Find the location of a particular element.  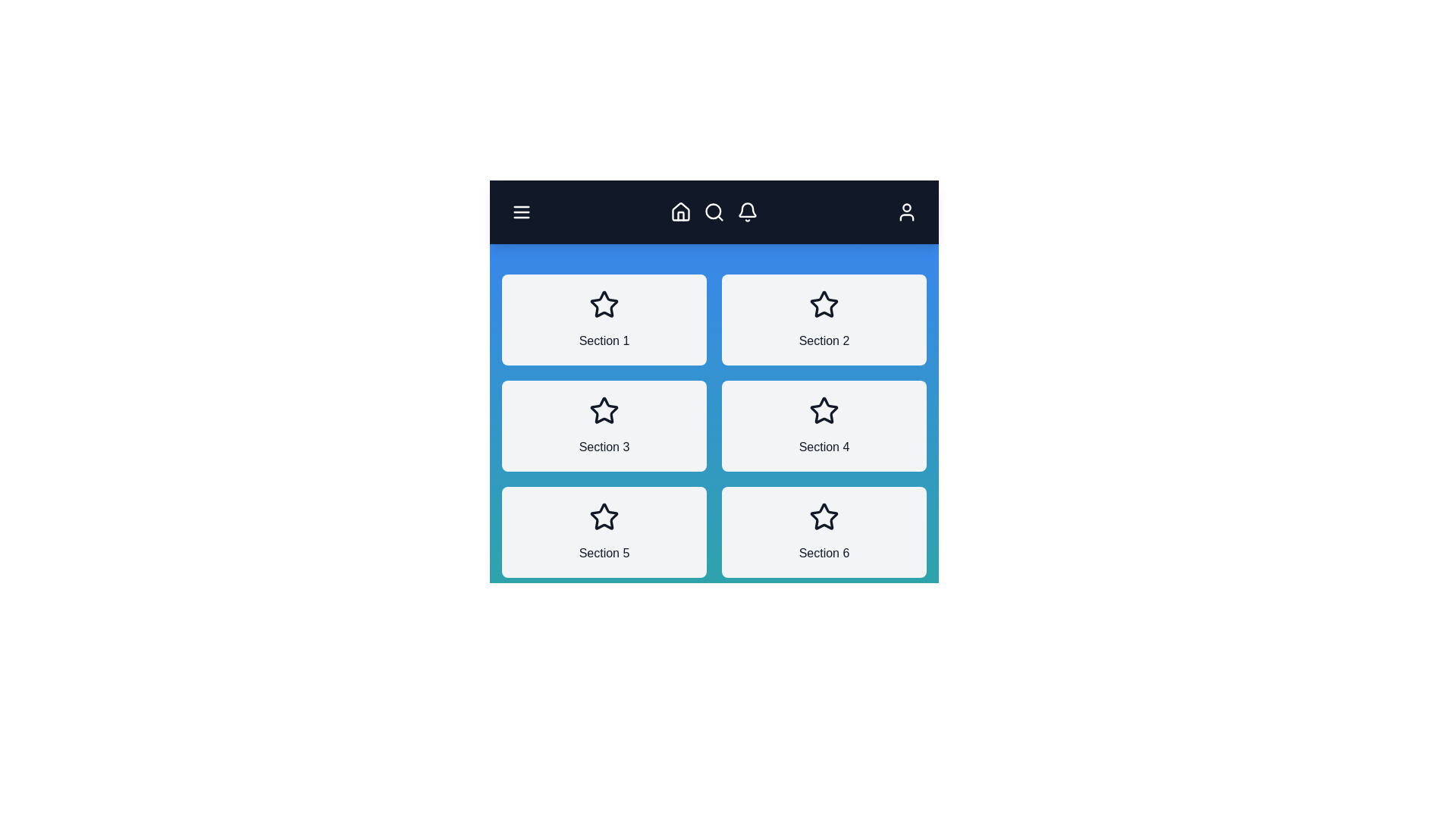

the search icon to initiate a search is located at coordinates (713, 212).